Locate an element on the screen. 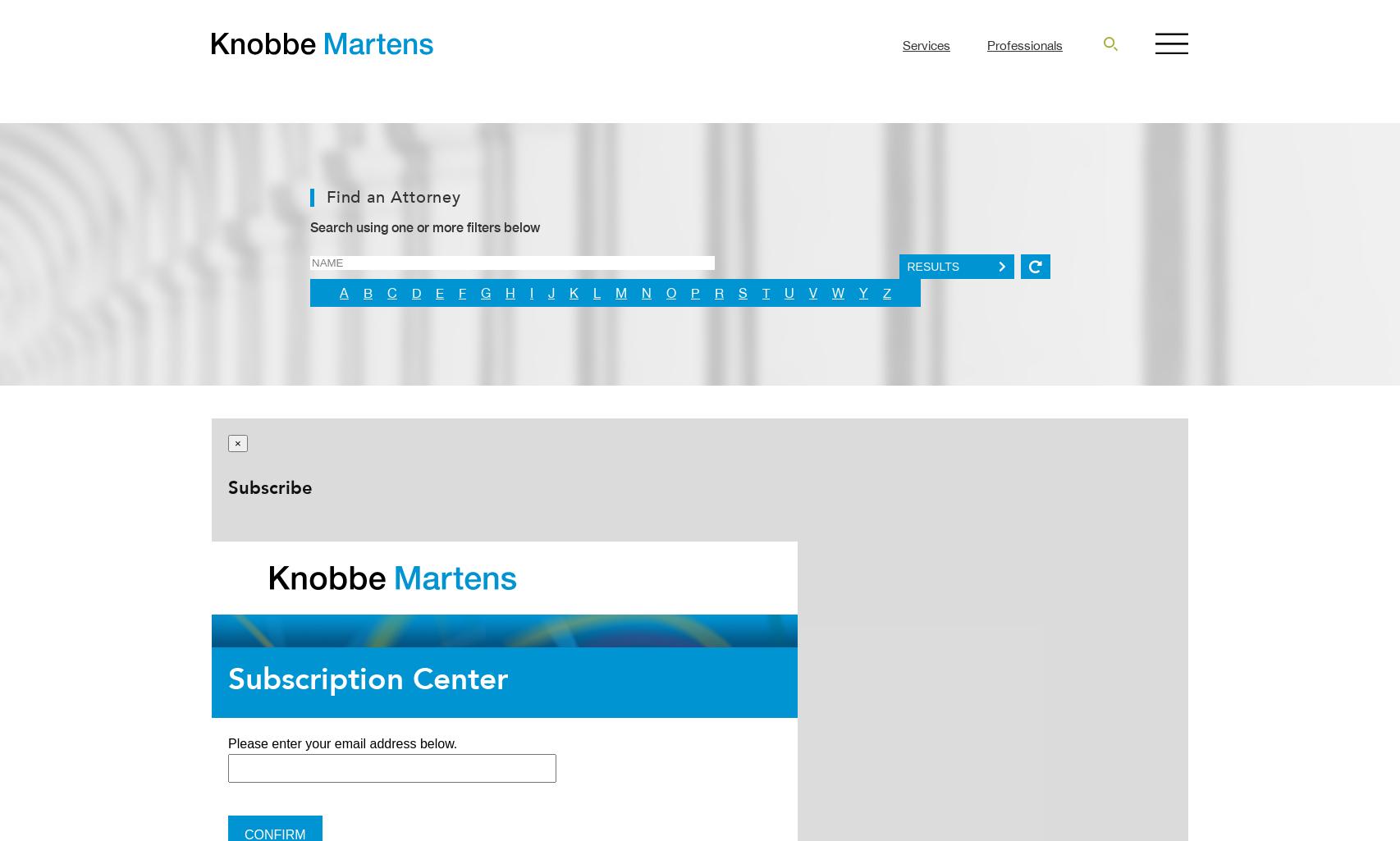 This screenshot has height=841, width=1400. 'S' is located at coordinates (743, 292).